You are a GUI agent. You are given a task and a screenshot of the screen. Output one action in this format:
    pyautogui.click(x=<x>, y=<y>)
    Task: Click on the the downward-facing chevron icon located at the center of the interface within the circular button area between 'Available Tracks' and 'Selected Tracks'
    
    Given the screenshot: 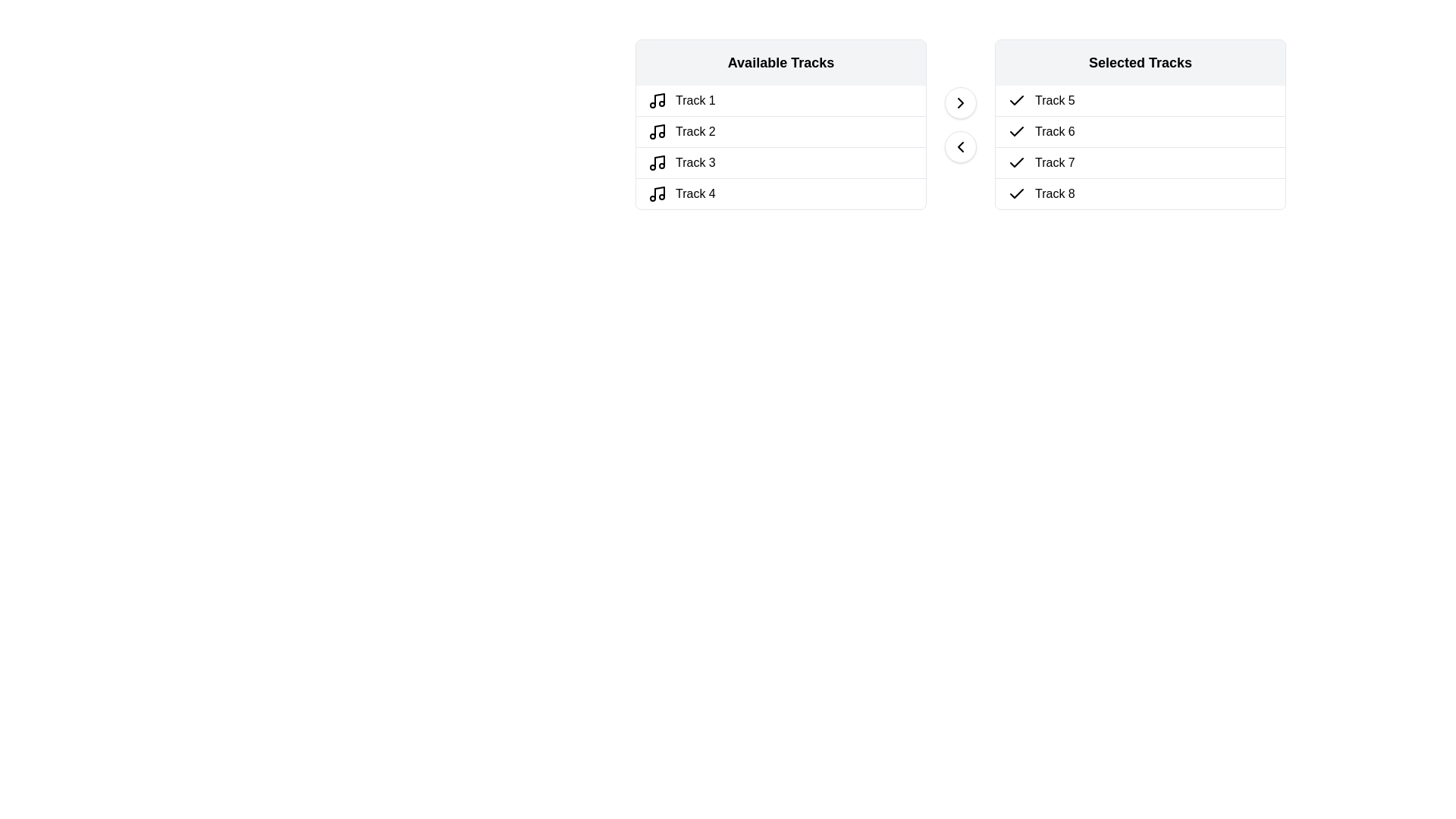 What is the action you would take?
    pyautogui.click(x=960, y=146)
    